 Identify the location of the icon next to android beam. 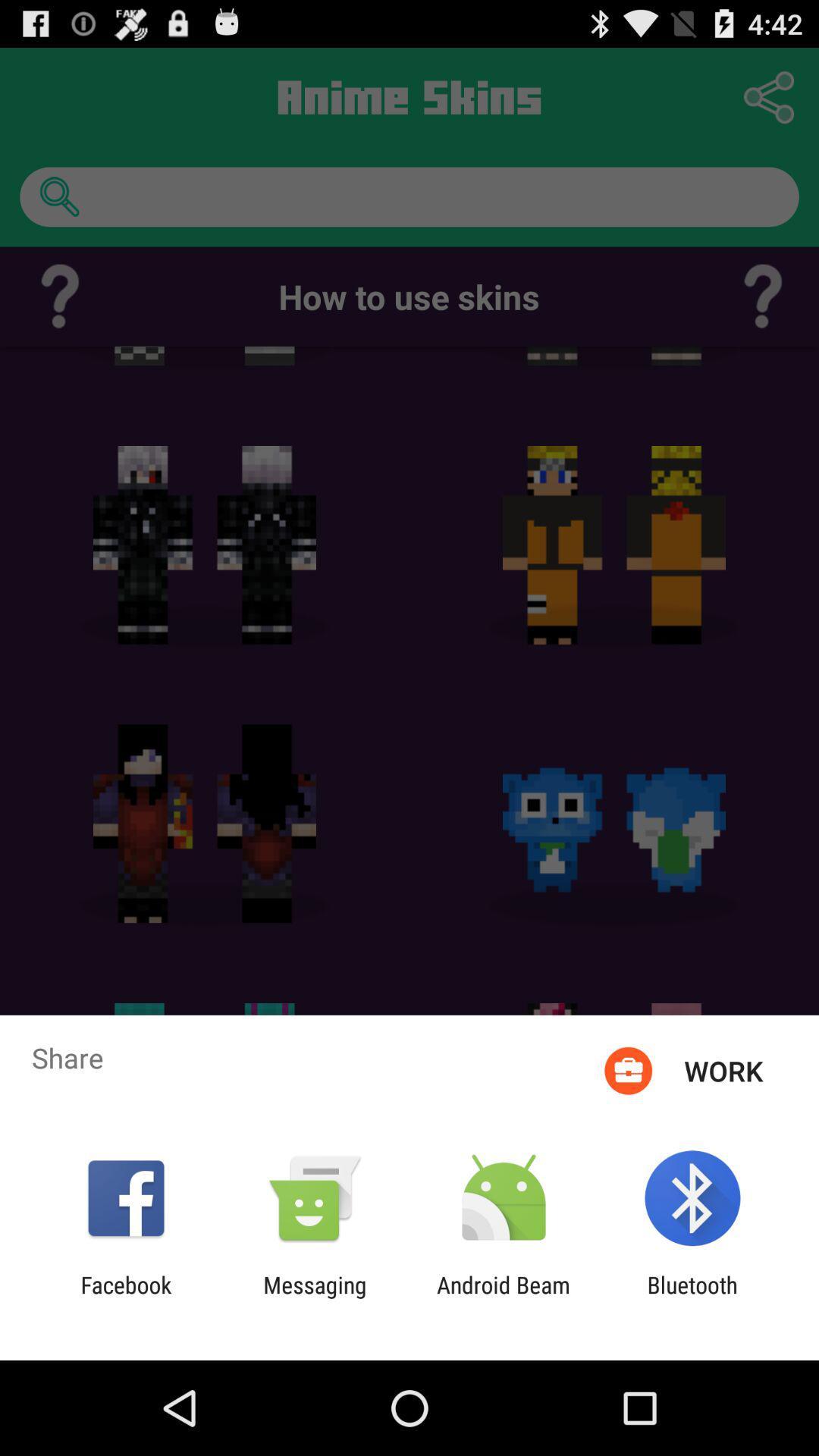
(692, 1298).